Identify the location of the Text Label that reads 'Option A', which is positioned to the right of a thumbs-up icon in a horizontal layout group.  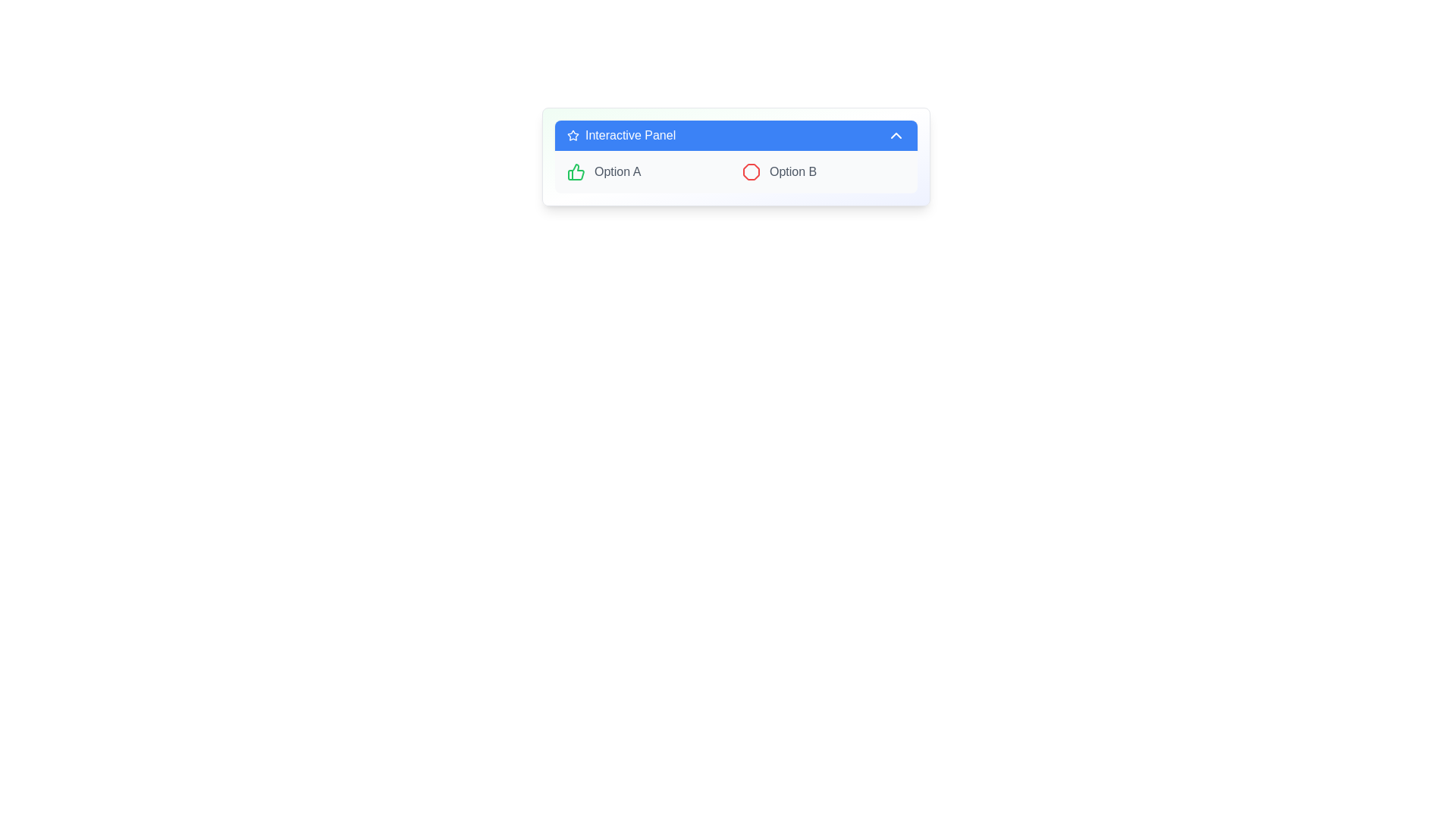
(617, 171).